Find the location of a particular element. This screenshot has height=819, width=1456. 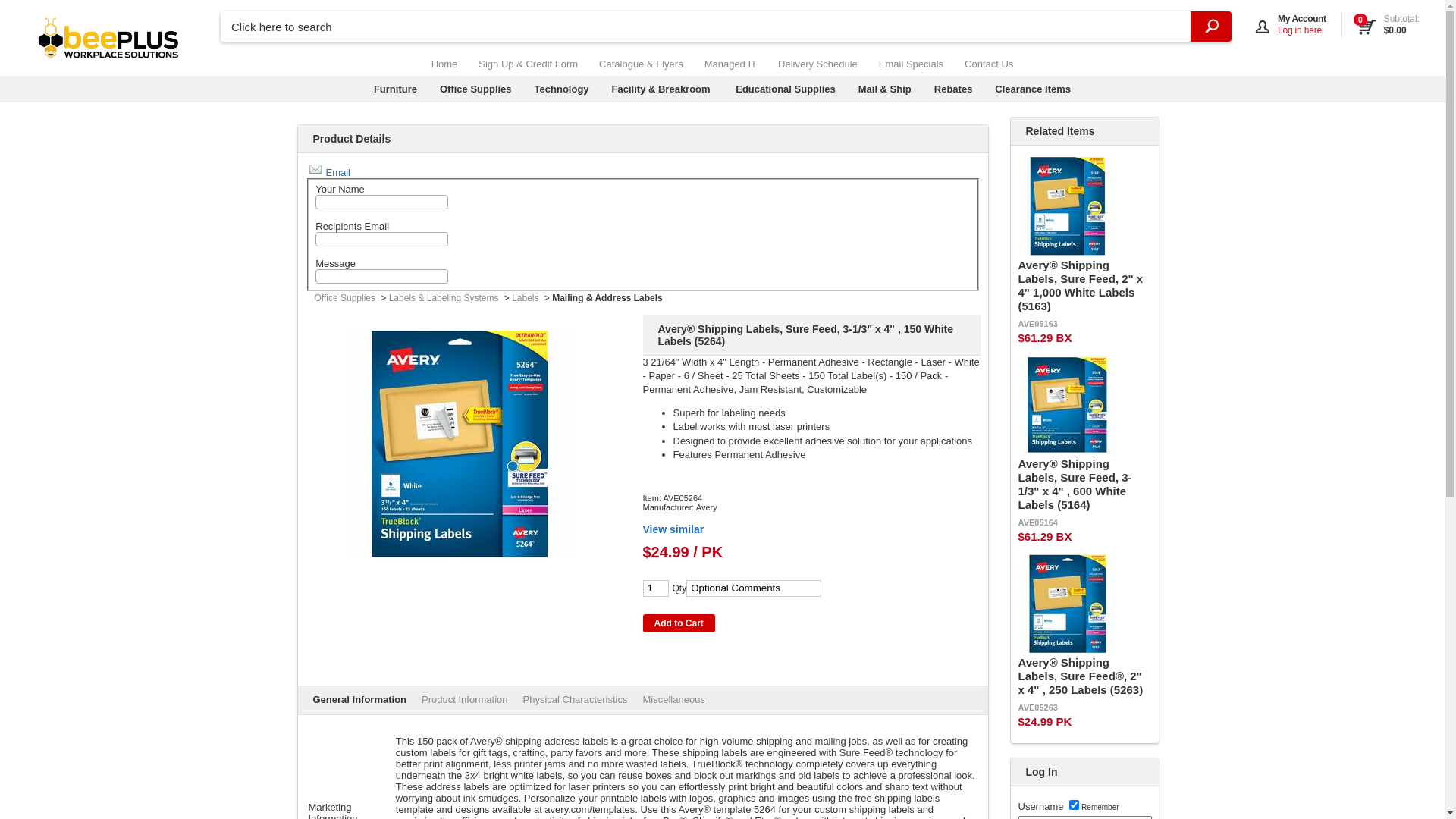

'Mailing & Address Labels' is located at coordinates (608, 298).